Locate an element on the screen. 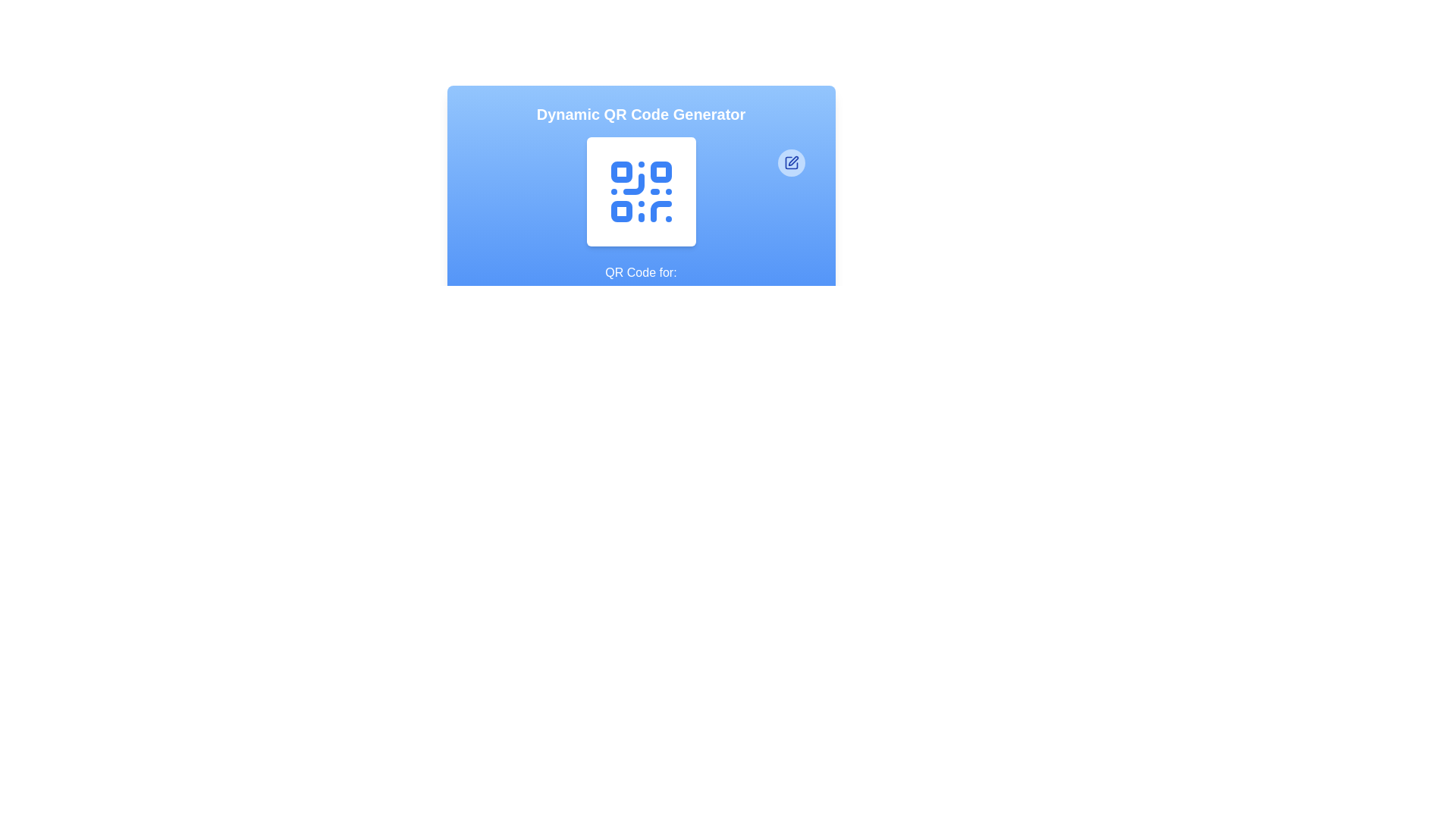 The height and width of the screenshot is (819, 1456). the circular light blue button located on the top-right edge of the 'Dynamic QR Code Generator' header is located at coordinates (790, 163).